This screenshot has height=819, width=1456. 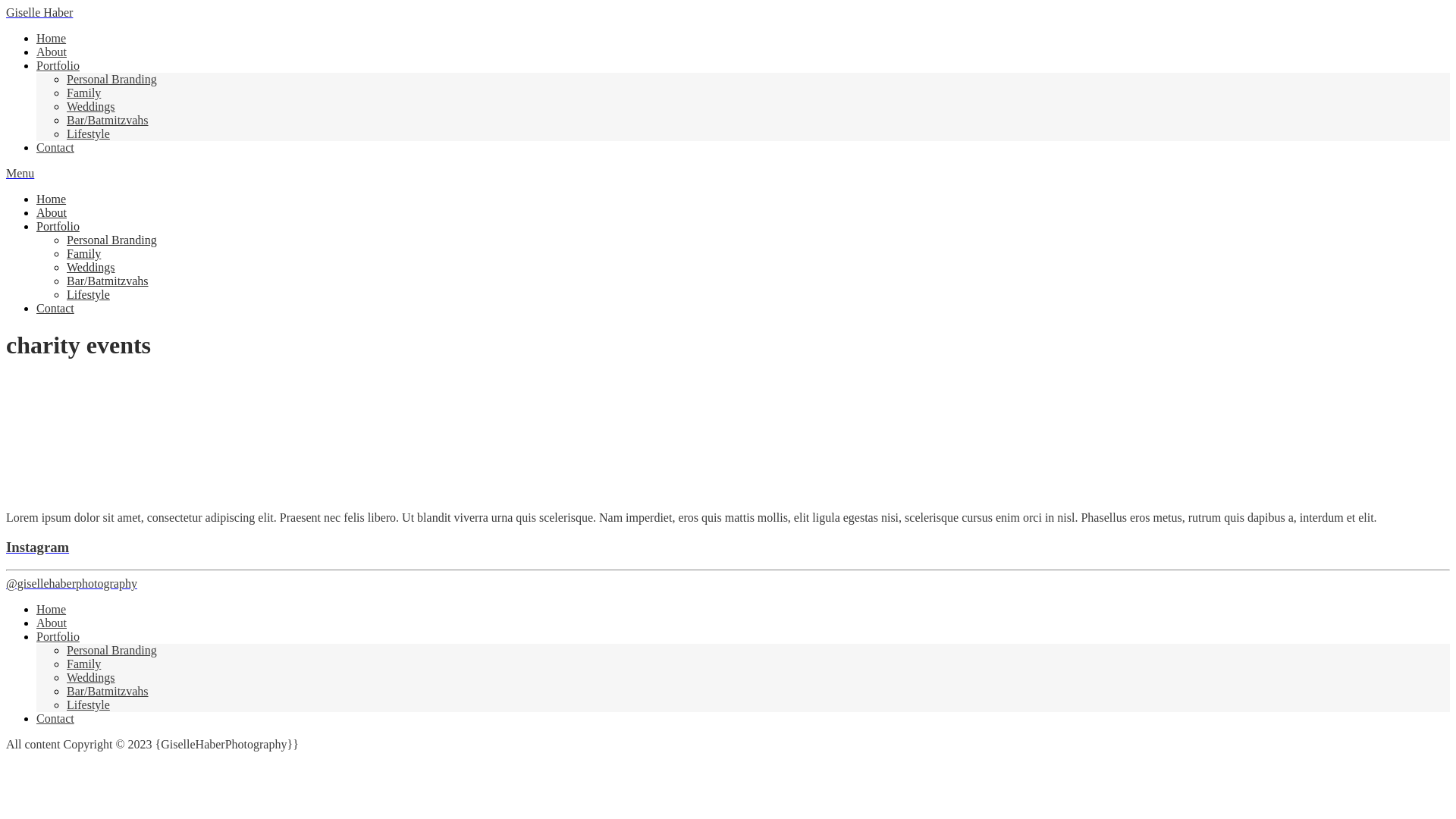 What do you see at coordinates (111, 239) in the screenshot?
I see `'Personal Branding'` at bounding box center [111, 239].